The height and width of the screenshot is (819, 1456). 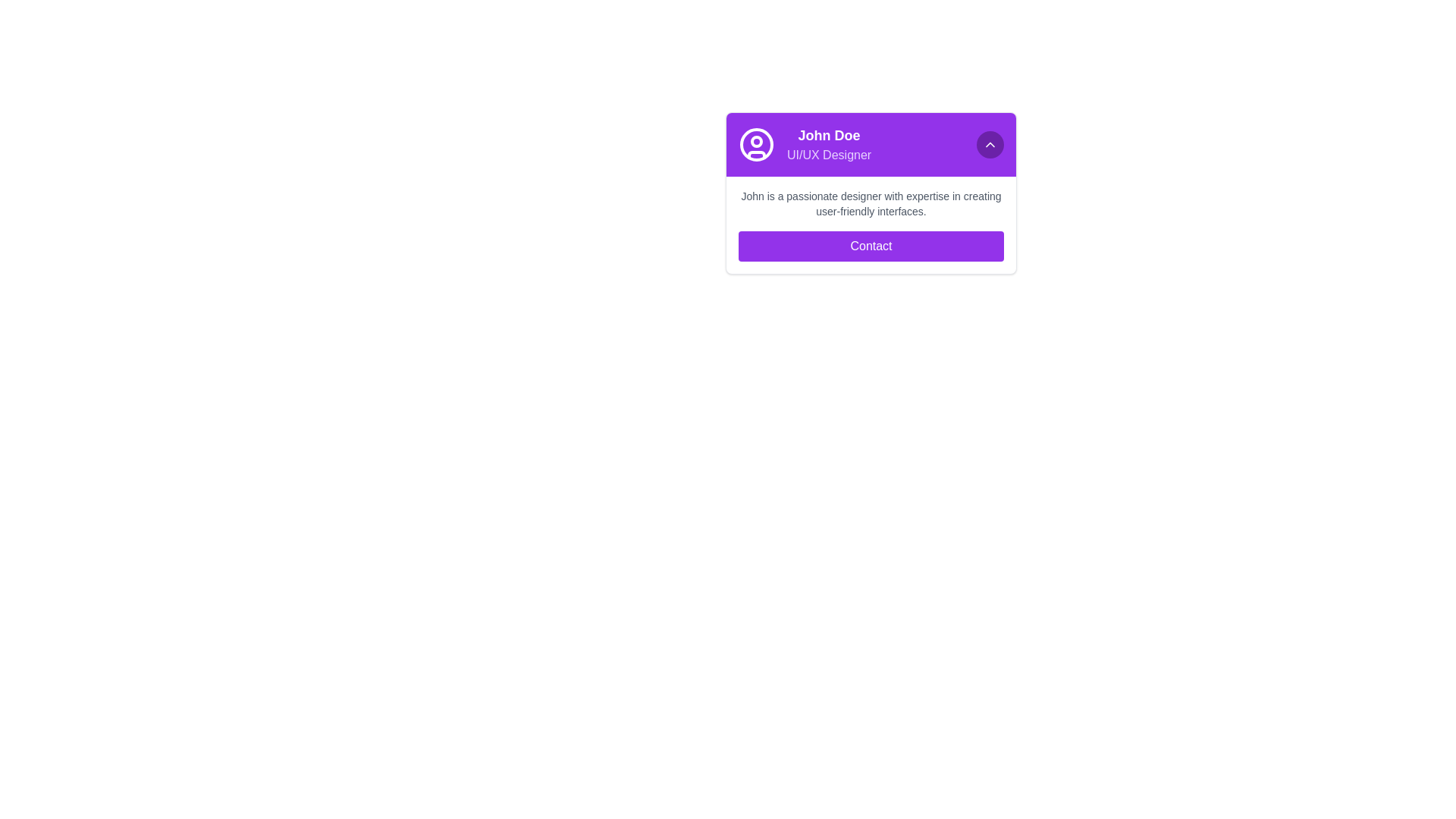 I want to click on the purple circular graphical decoration with a white outline, located in the top left corner of the user profile card, so click(x=757, y=145).